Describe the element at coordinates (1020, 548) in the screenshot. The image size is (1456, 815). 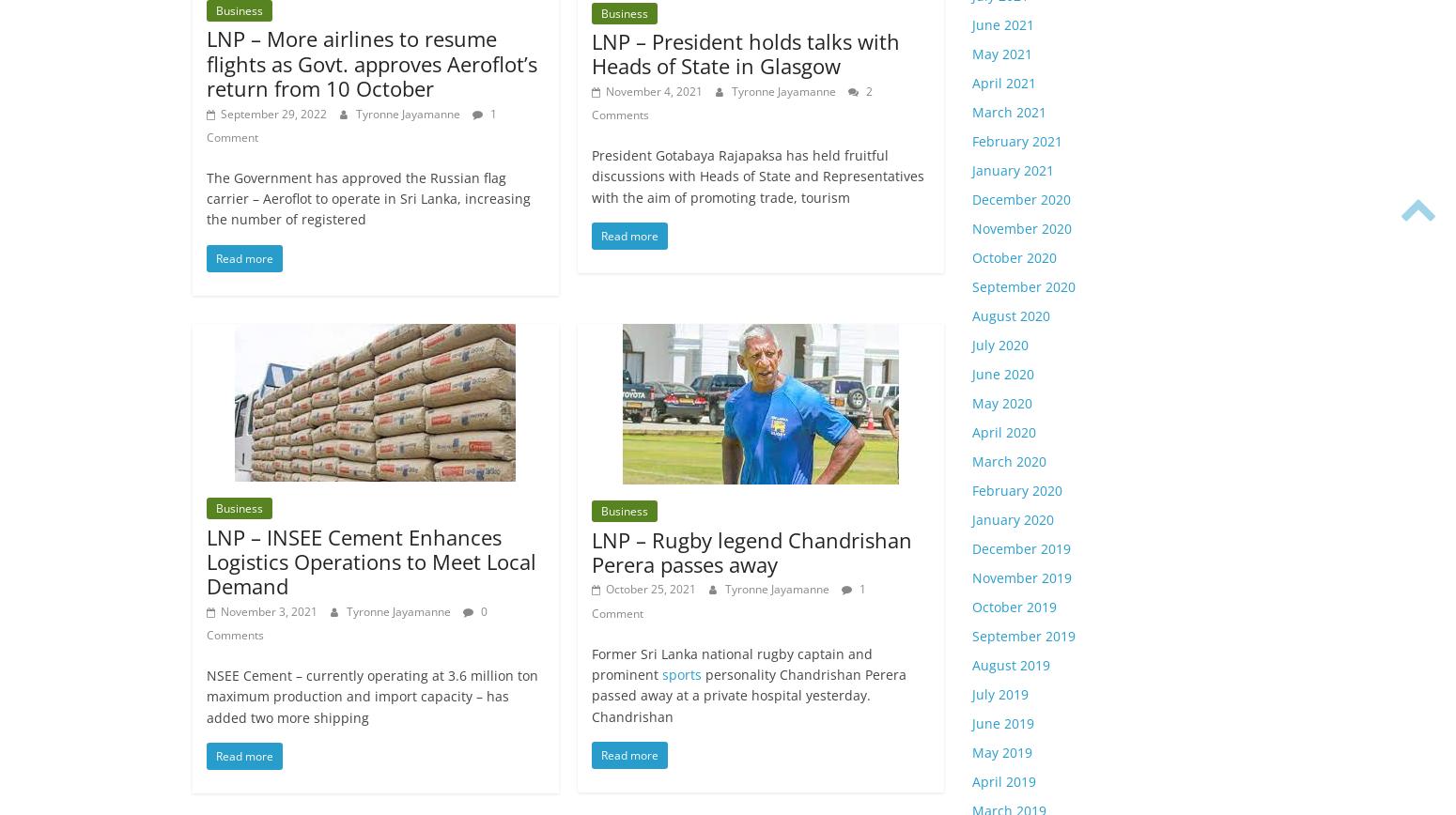
I see `'December 2019'` at that location.